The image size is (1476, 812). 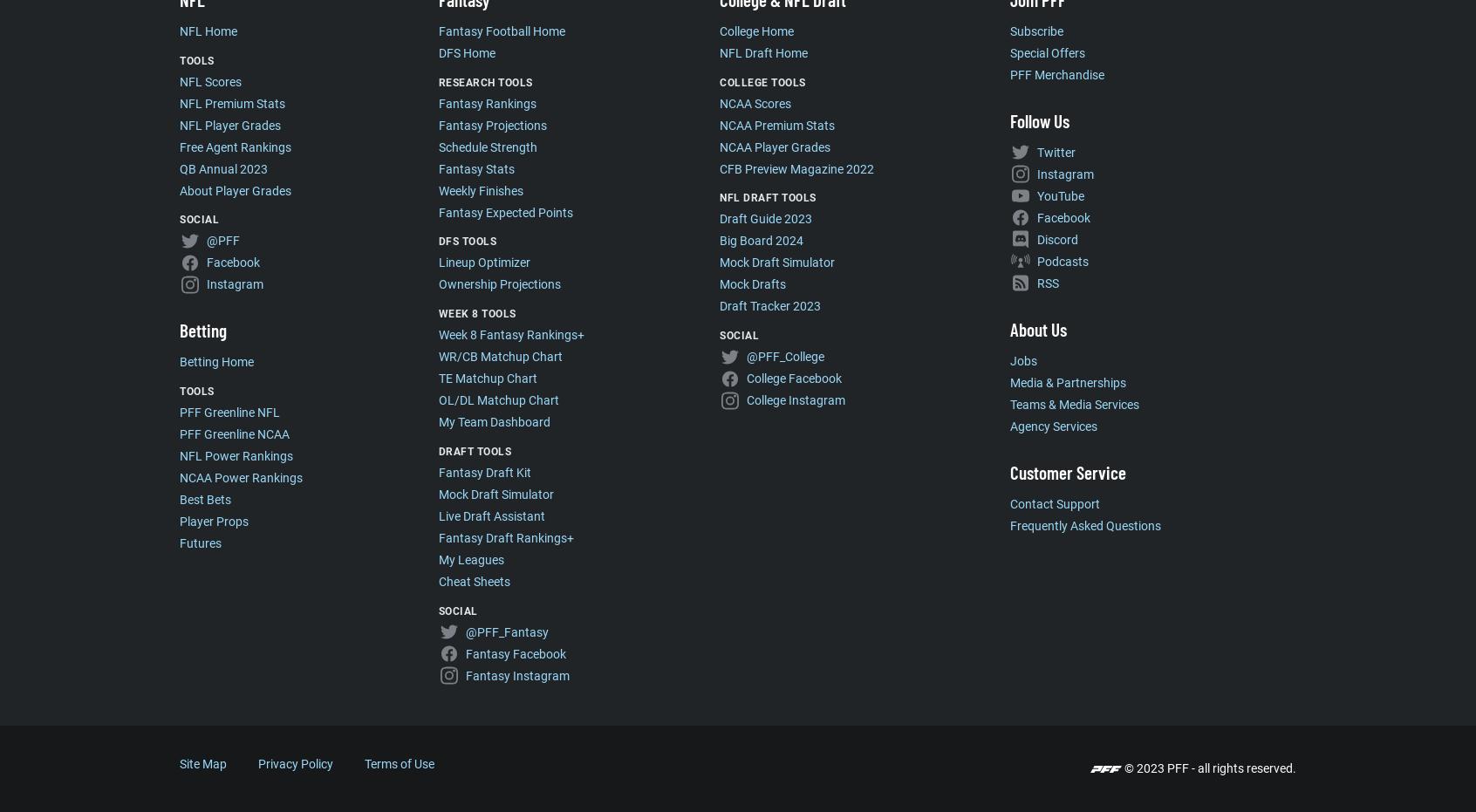 What do you see at coordinates (208, 30) in the screenshot?
I see `'NFL Home'` at bounding box center [208, 30].